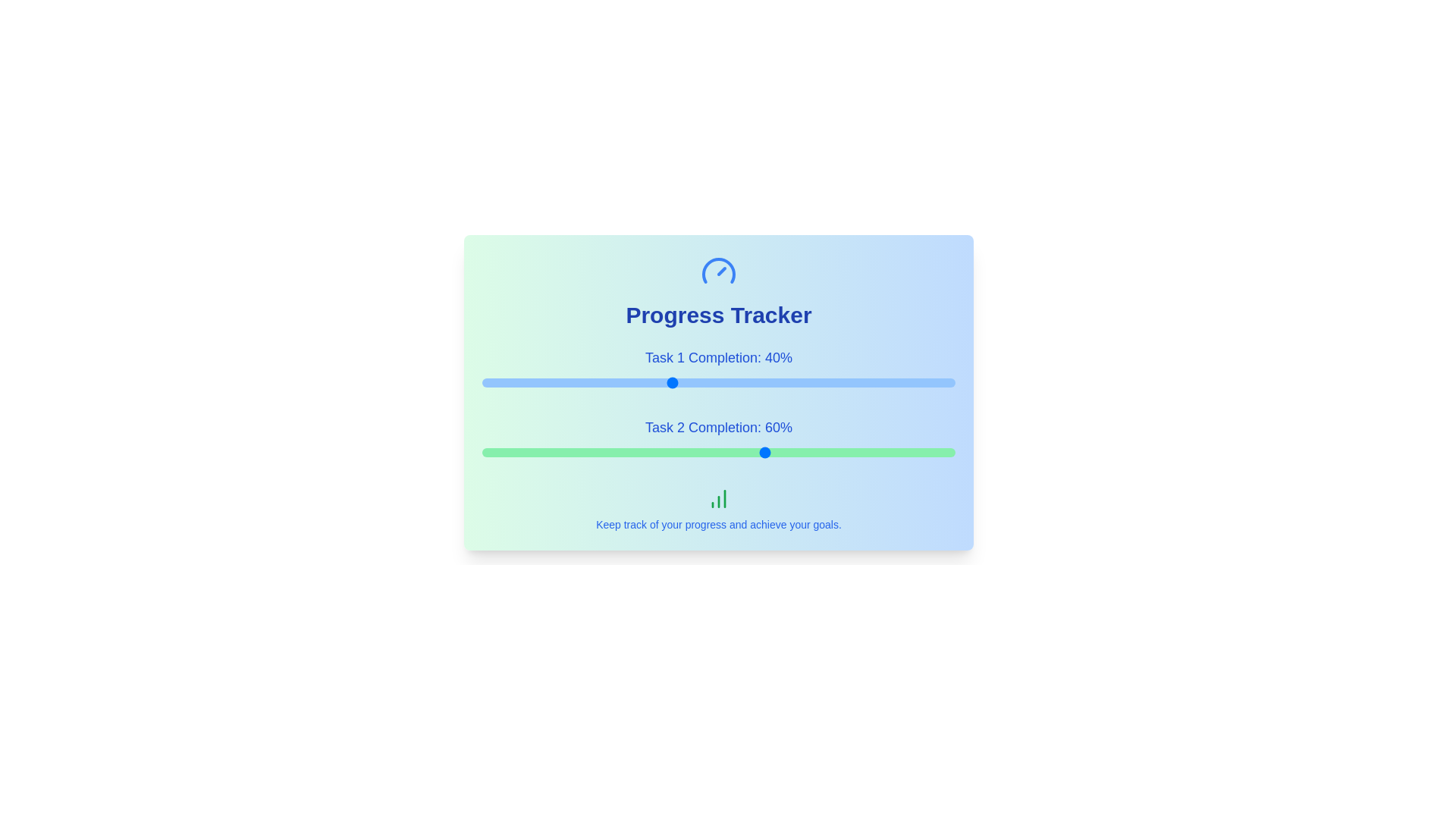 The height and width of the screenshot is (819, 1456). I want to click on the text label displaying 'Task 1 Completion: 40%', which is styled with a large bold blue font and located above the progress bar, so click(718, 357).